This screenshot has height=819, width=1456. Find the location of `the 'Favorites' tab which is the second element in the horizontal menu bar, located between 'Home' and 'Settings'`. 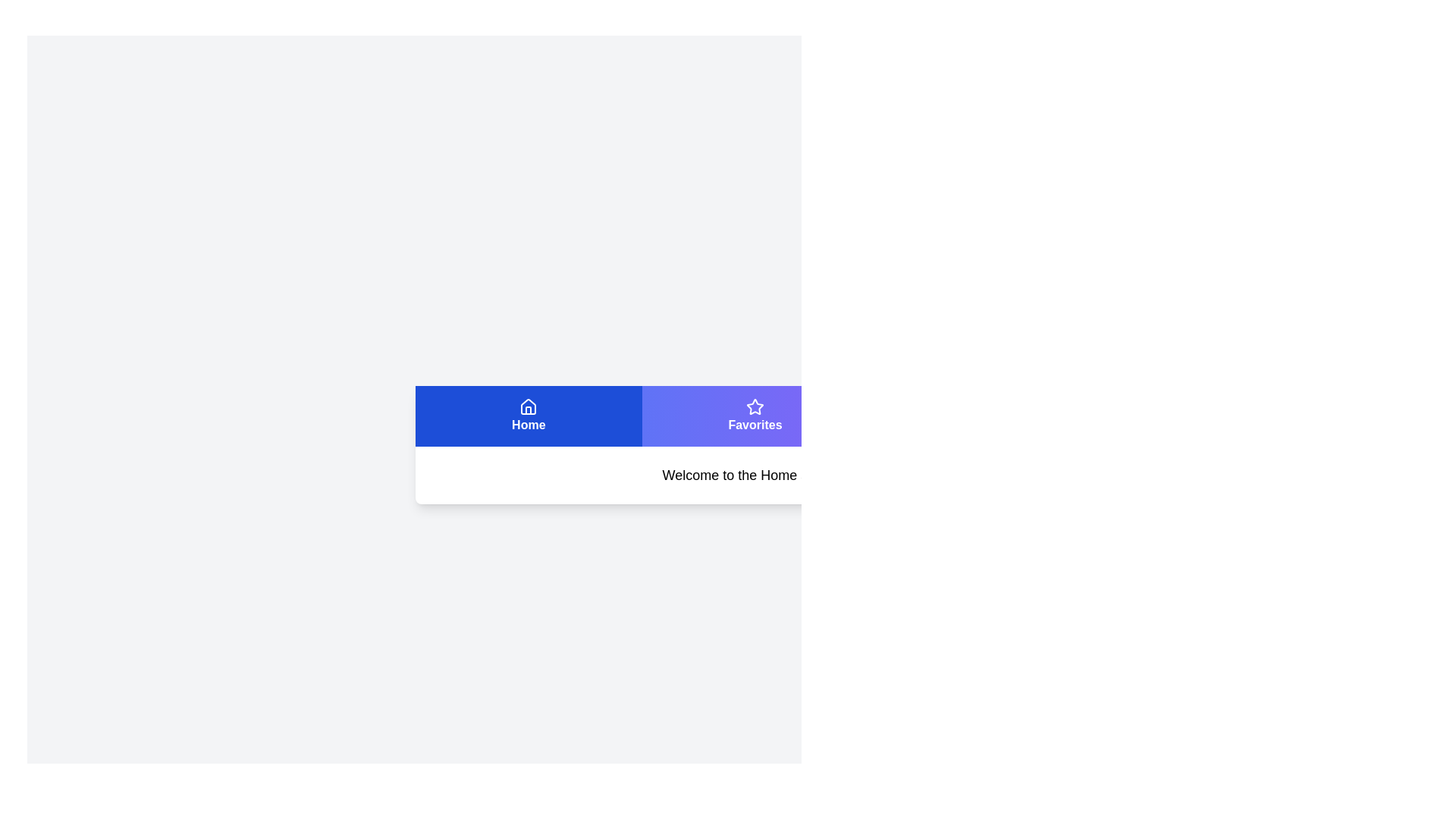

the 'Favorites' tab which is the second element in the horizontal menu bar, located between 'Home' and 'Settings' is located at coordinates (755, 416).